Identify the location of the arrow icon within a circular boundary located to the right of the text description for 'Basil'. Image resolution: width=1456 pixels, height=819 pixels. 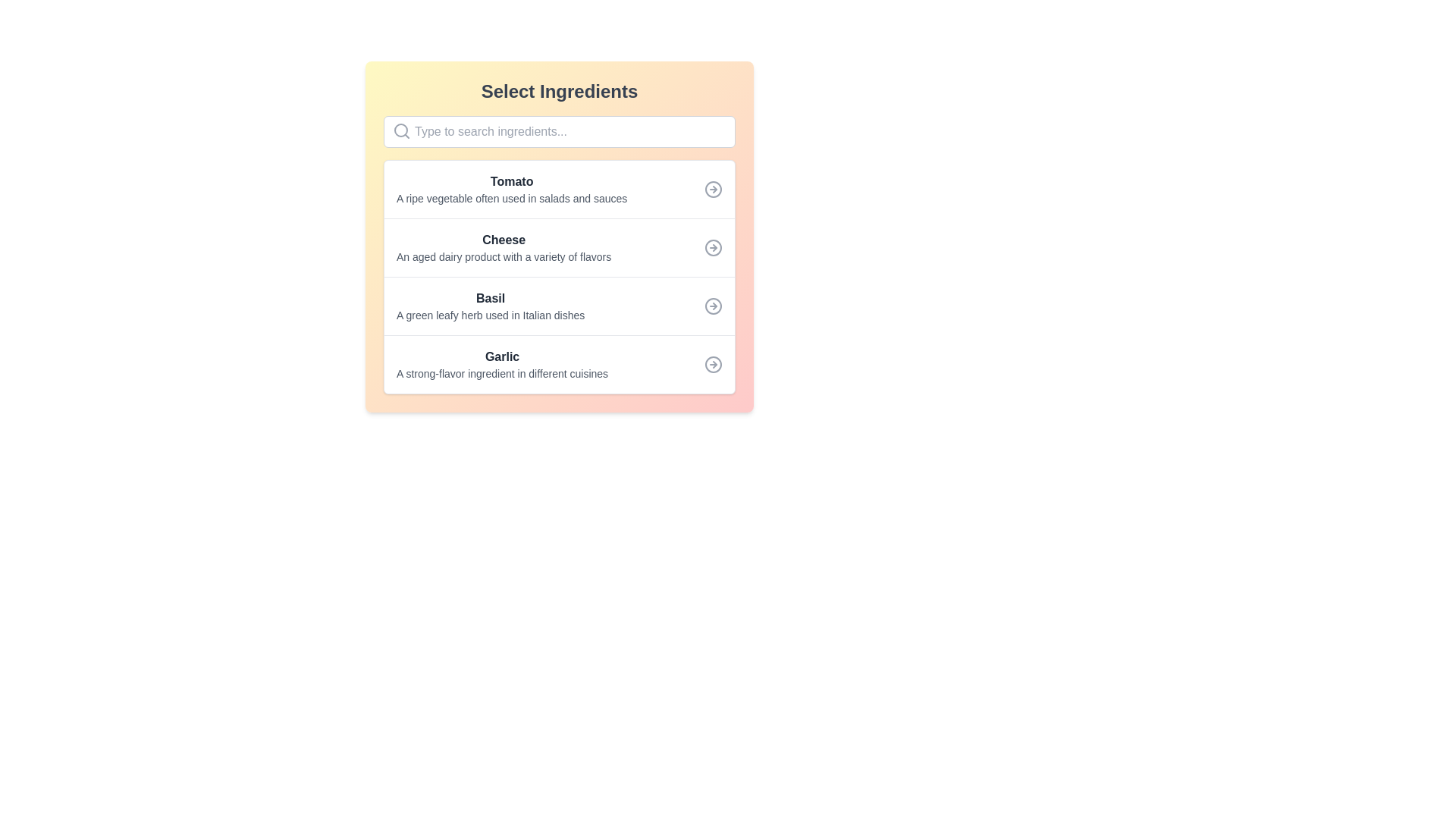
(712, 306).